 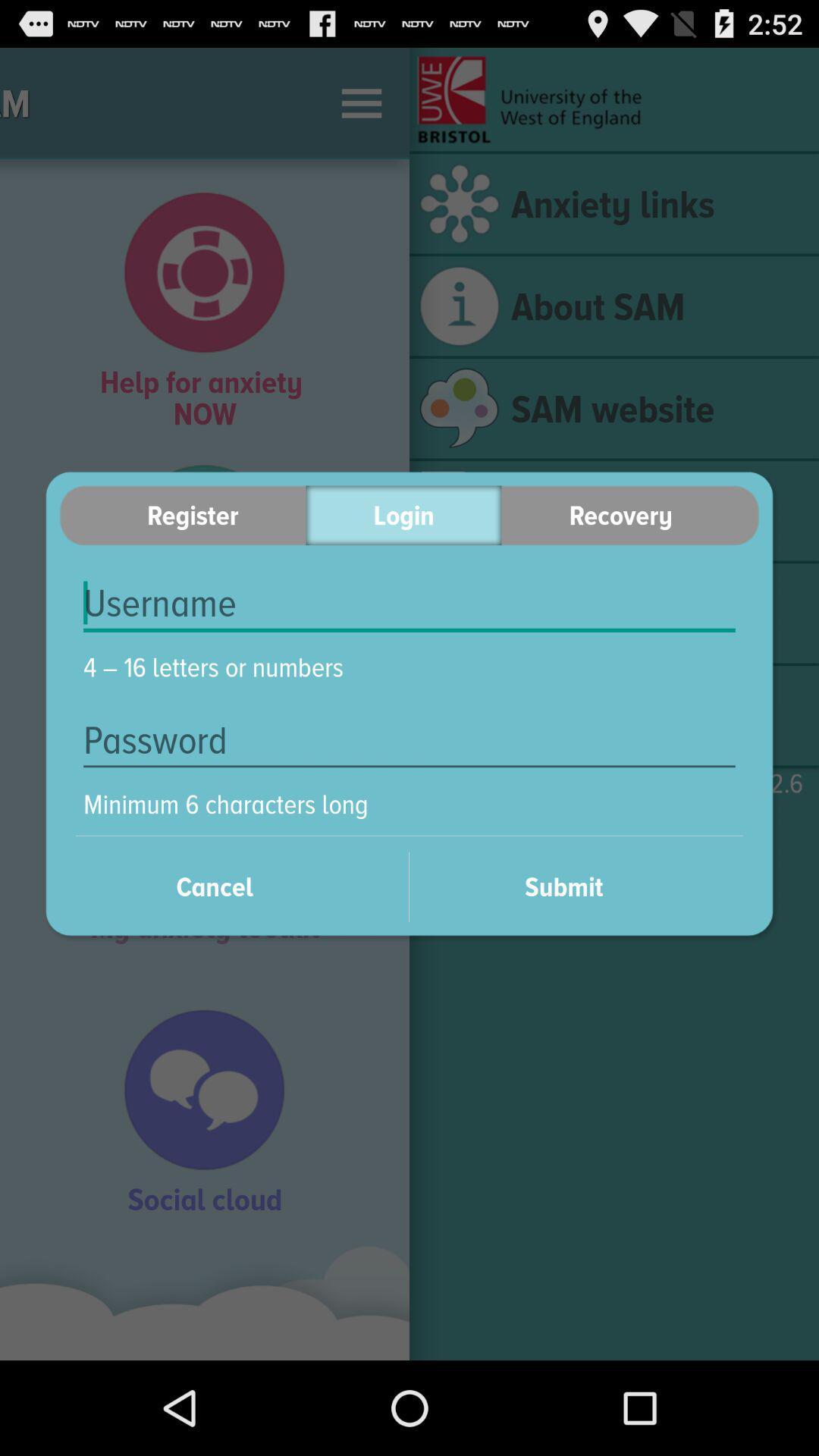 I want to click on item above the 4 16 letters, so click(x=409, y=603).